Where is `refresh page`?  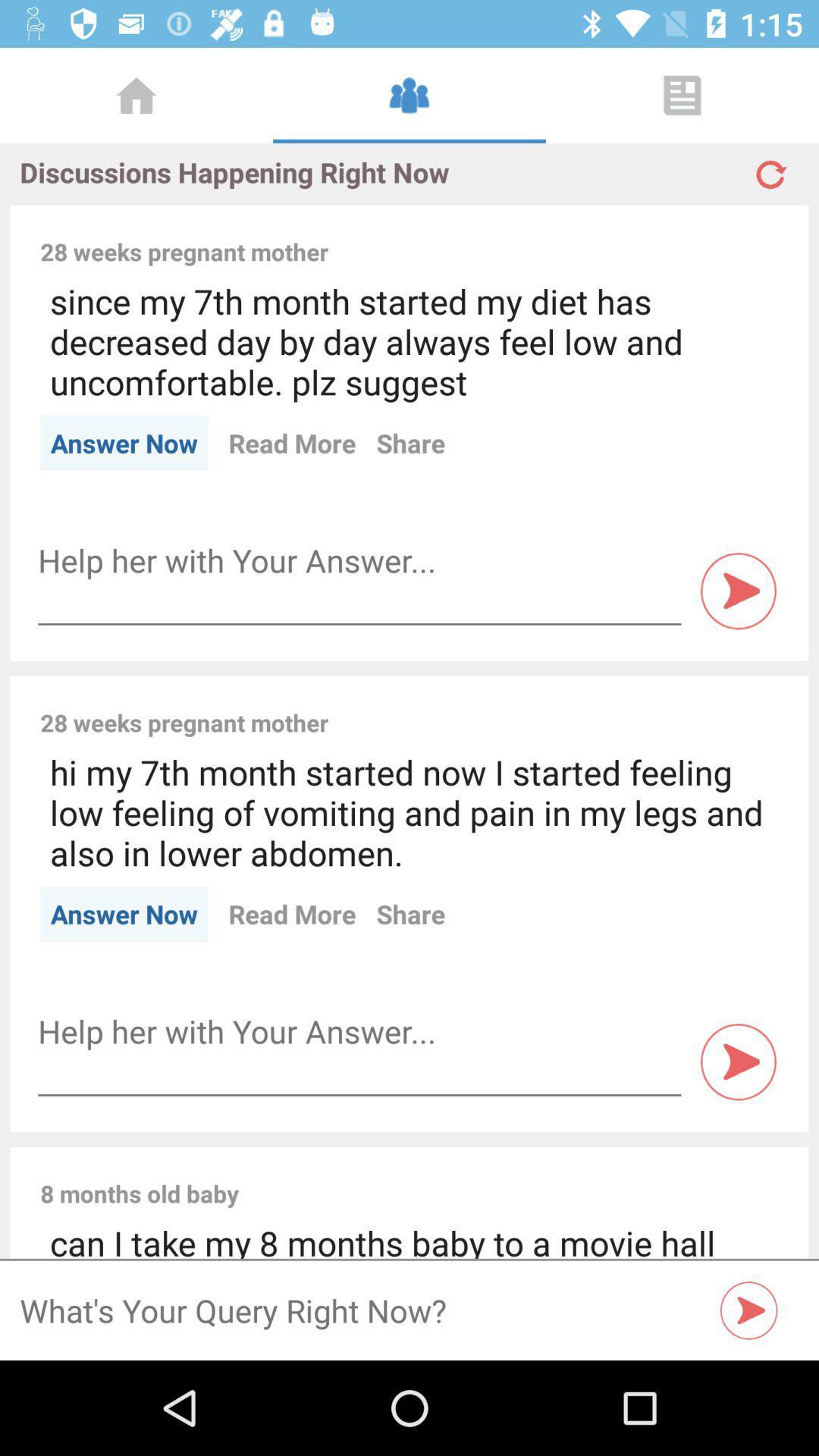
refresh page is located at coordinates (769, 168).